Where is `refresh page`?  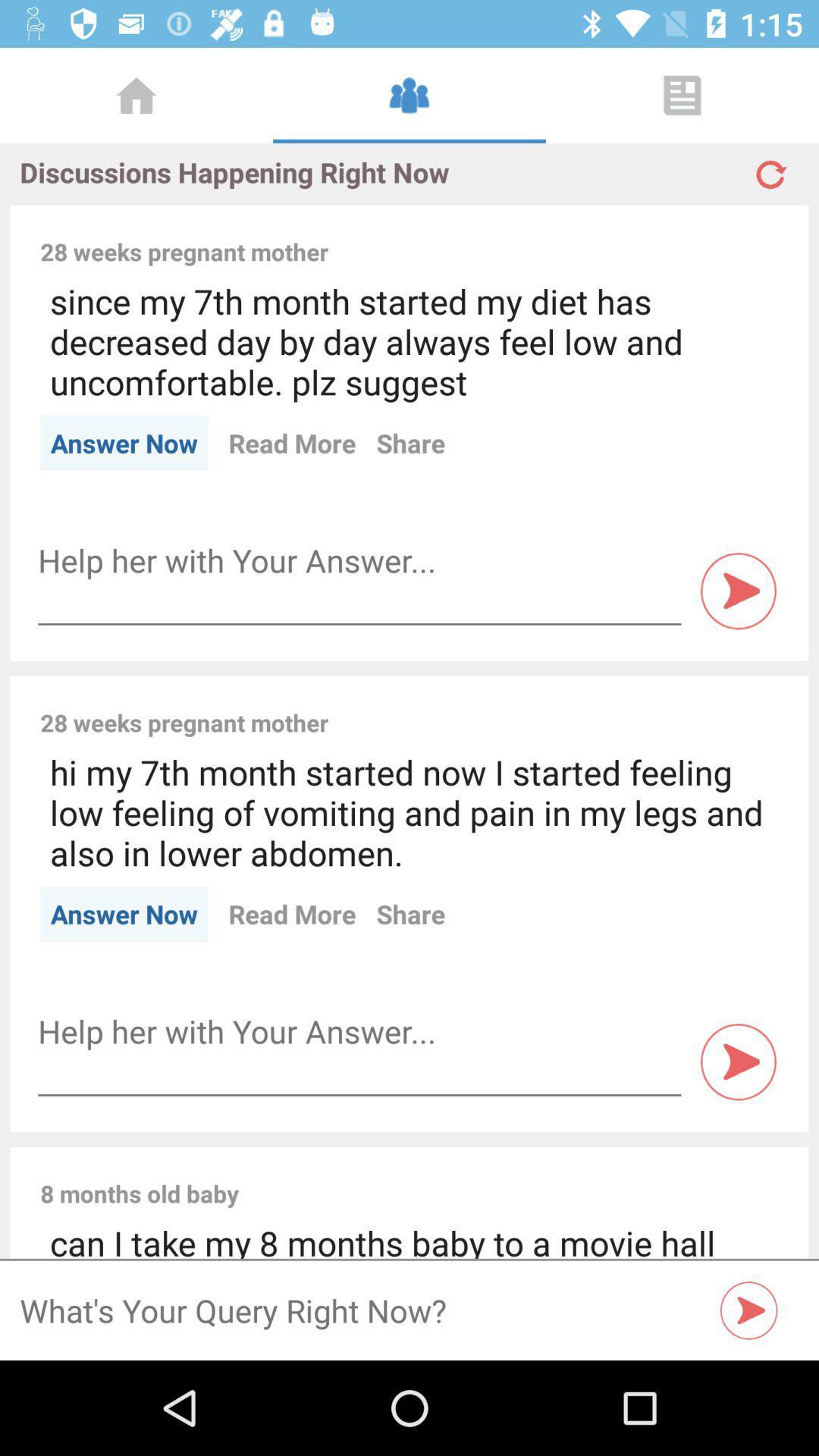
refresh page is located at coordinates (769, 168).